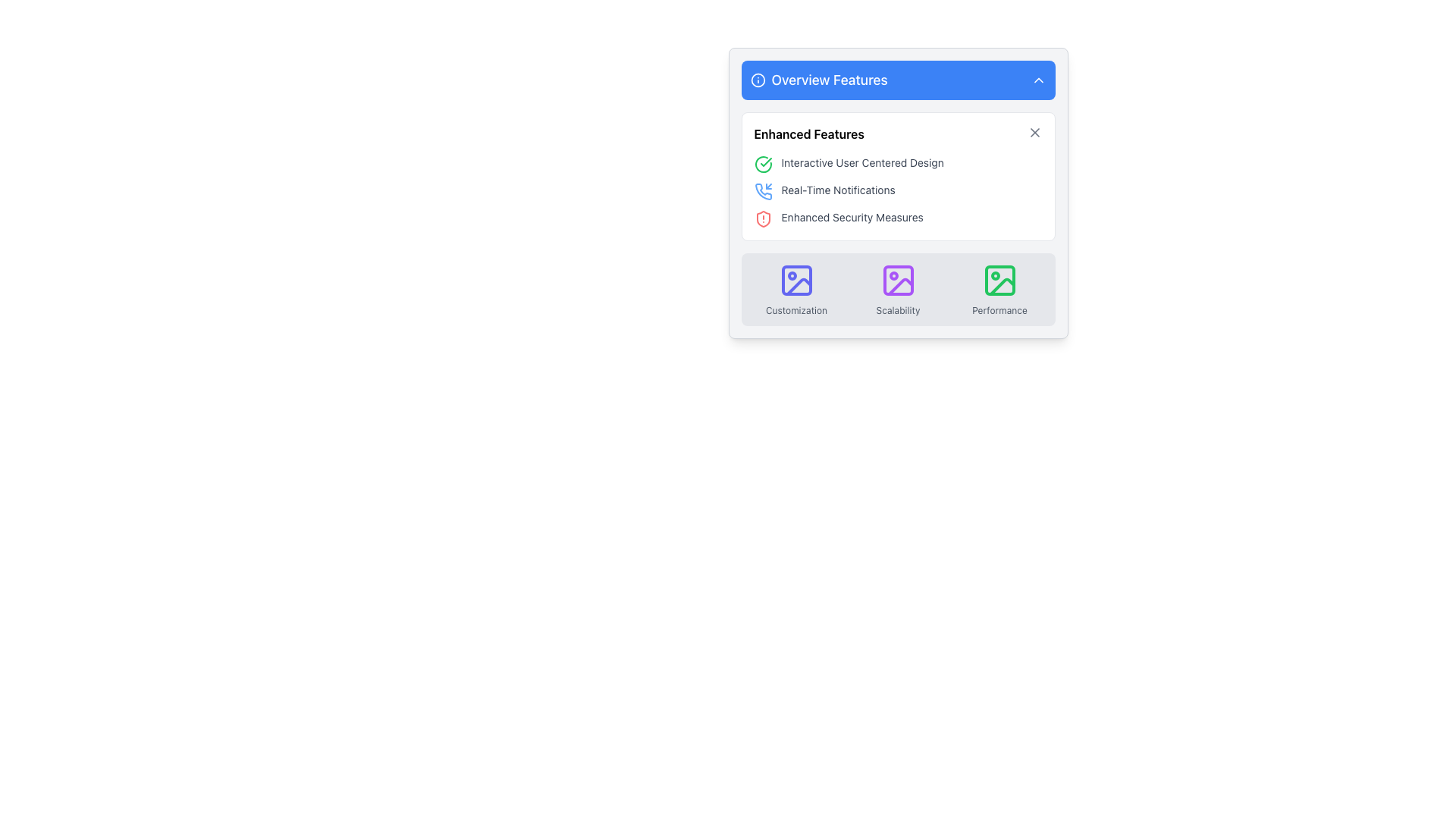  Describe the element at coordinates (763, 191) in the screenshot. I see `the incoming phone call icon located in the 'Enhanced Features' section, positioned left of the 'Real-Time Notifications' text` at that location.